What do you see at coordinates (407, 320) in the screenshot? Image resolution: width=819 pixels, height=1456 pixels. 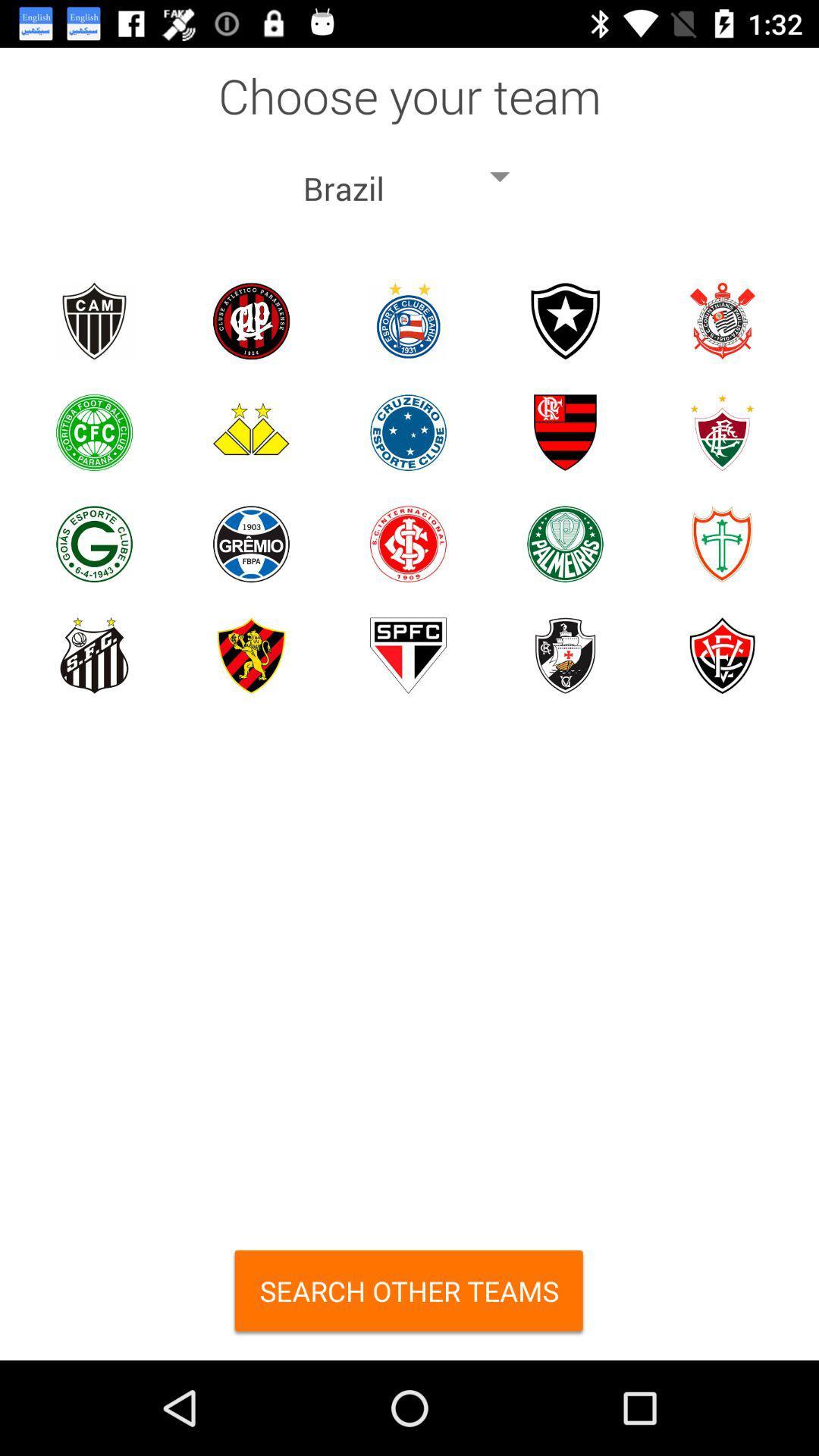 I see `choose your team in brazil` at bounding box center [407, 320].